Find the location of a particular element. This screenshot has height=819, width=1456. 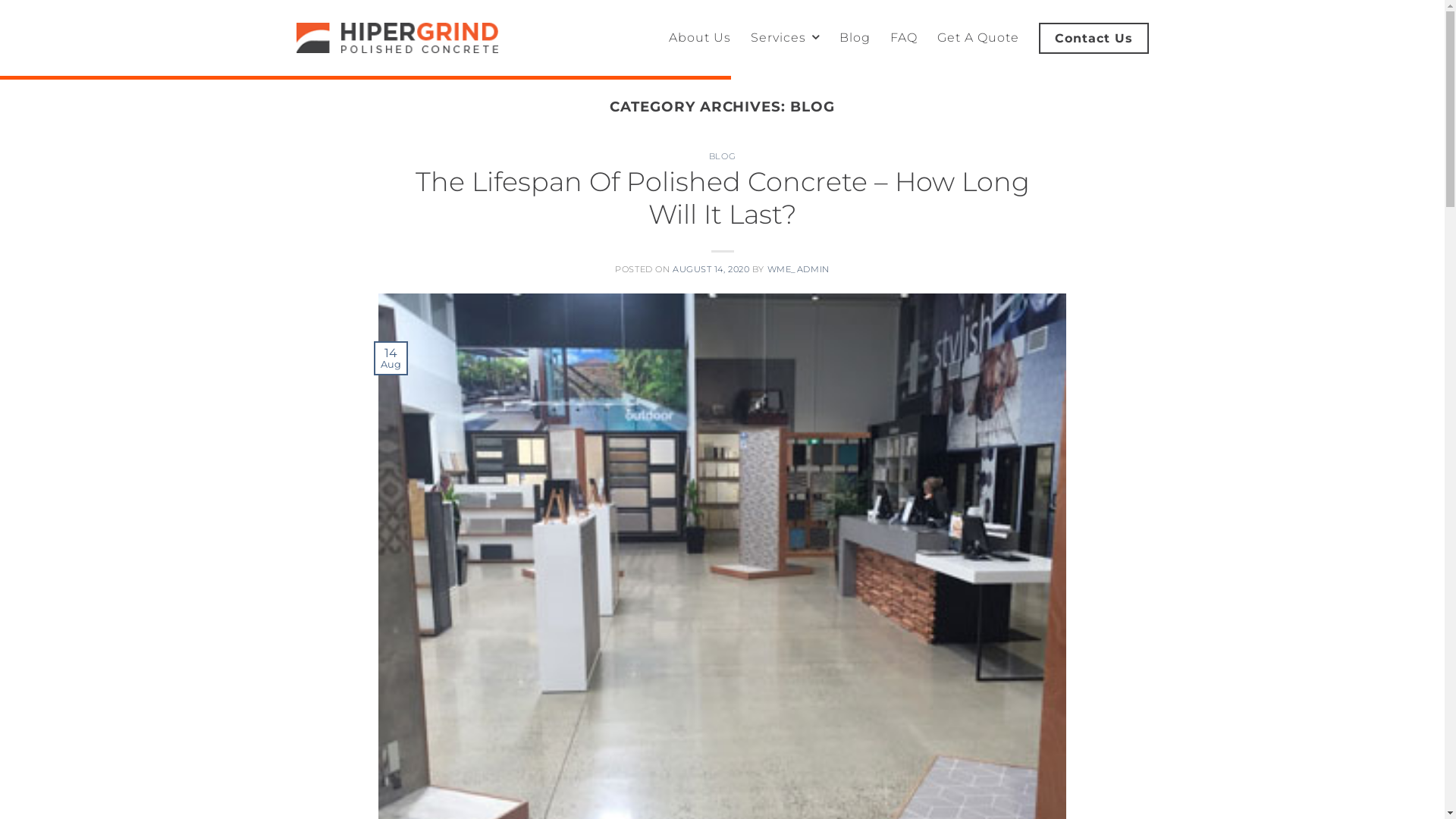

'WME_ADMIN' is located at coordinates (797, 268).